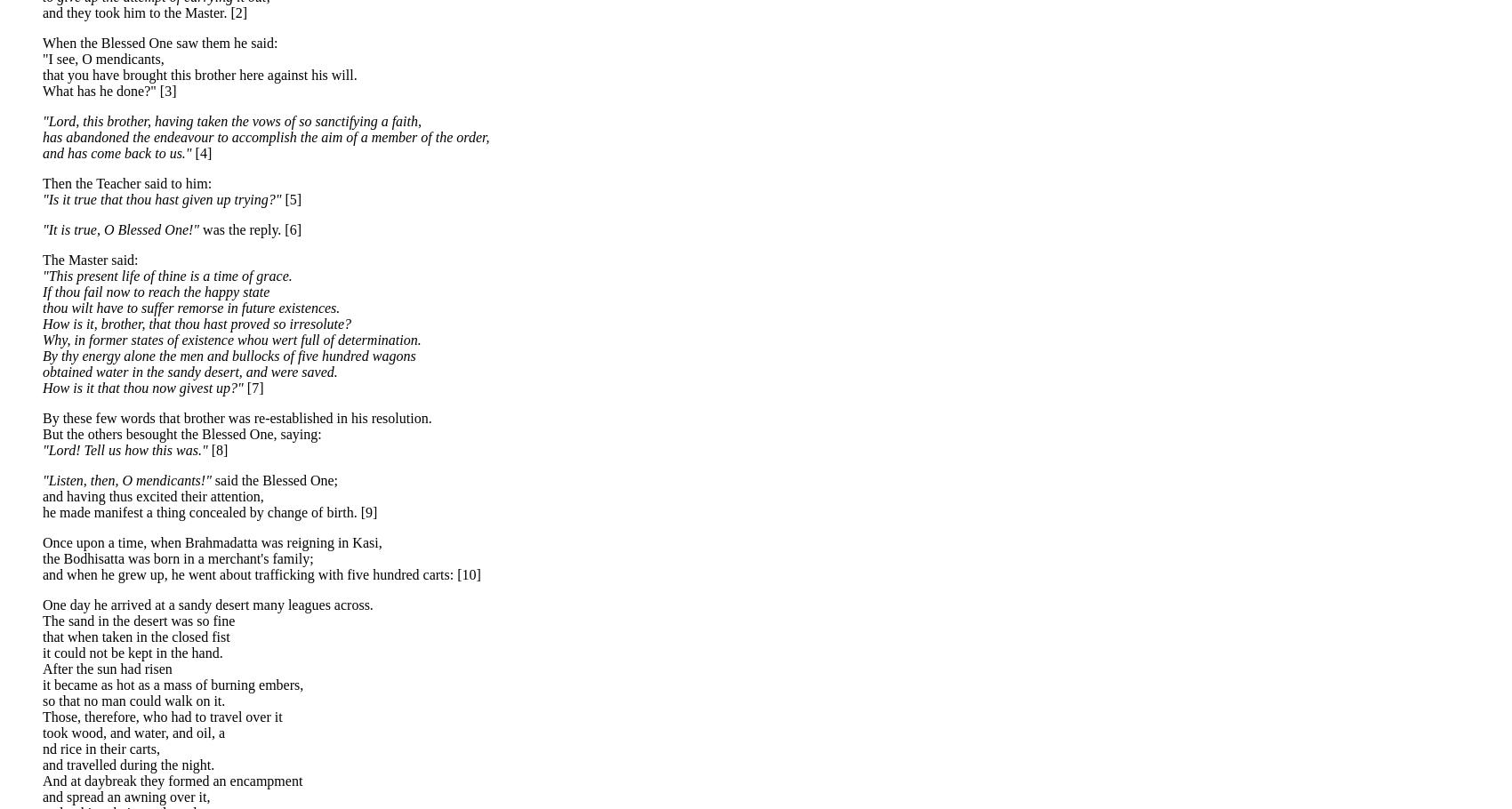 Image resolution: width=1512 pixels, height=809 pixels. What do you see at coordinates (101, 58) in the screenshot?
I see `'"I see,  O mendicants,'` at bounding box center [101, 58].